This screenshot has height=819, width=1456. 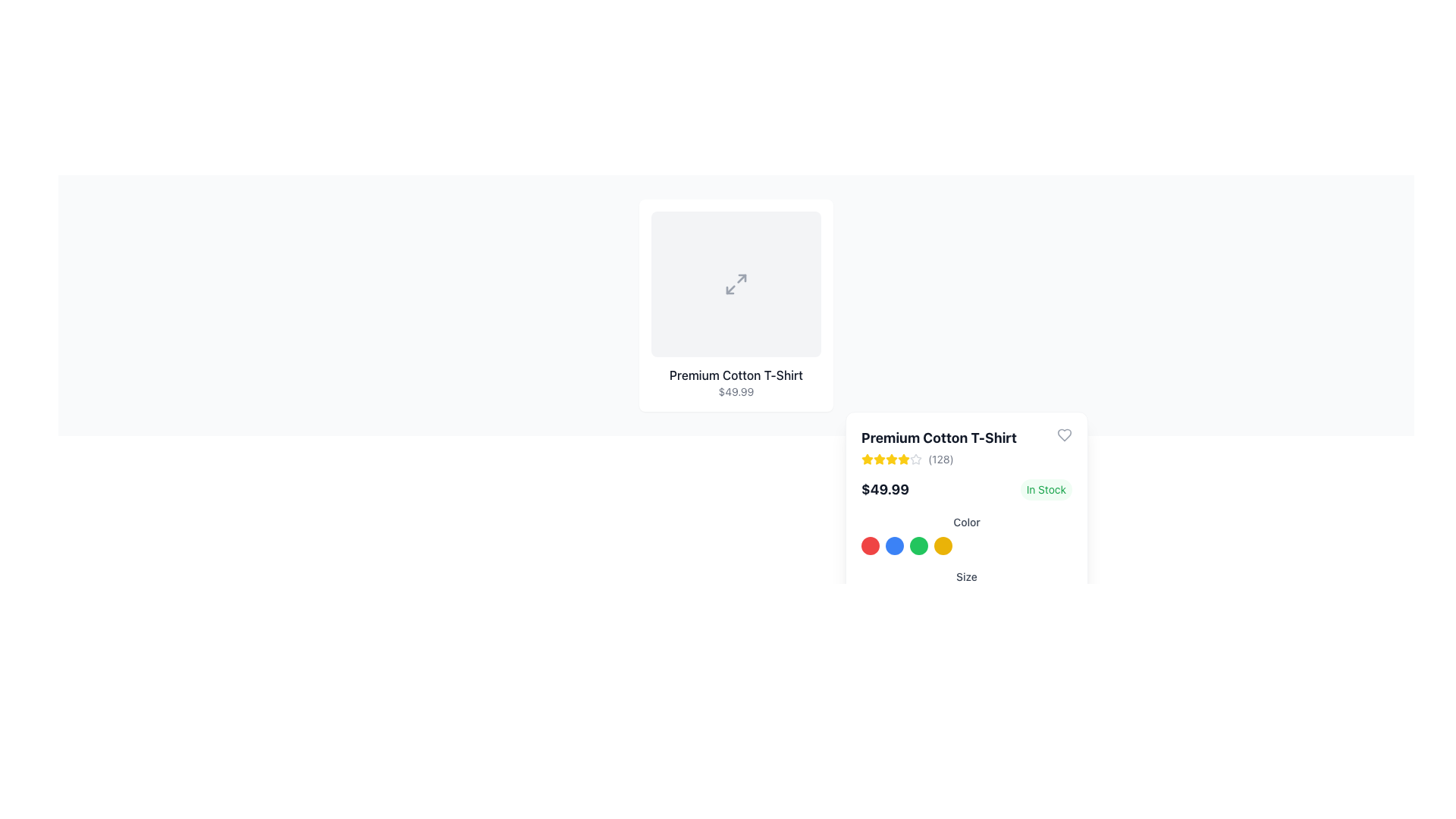 What do you see at coordinates (938, 438) in the screenshot?
I see `the text label that serves as the title or heading for the product named 'Premium Cotton T-Shirt', which is located at the top of the content, above the rating stars and review count` at bounding box center [938, 438].